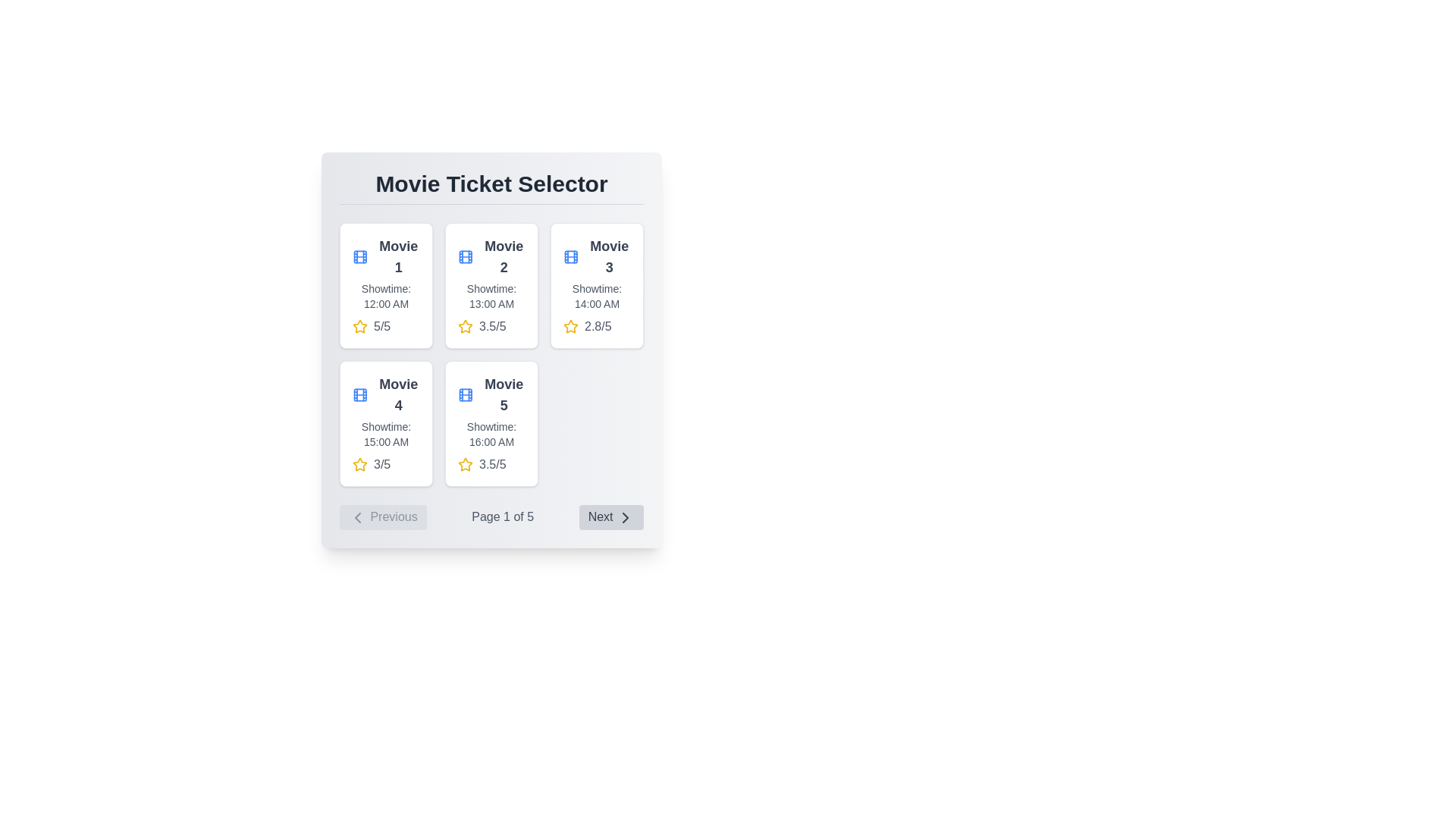 The width and height of the screenshot is (1456, 819). What do you see at coordinates (465, 256) in the screenshot?
I see `the decorative movie icon situated to the left of the text 'Movie 2' in the second card of the movie selection interface` at bounding box center [465, 256].